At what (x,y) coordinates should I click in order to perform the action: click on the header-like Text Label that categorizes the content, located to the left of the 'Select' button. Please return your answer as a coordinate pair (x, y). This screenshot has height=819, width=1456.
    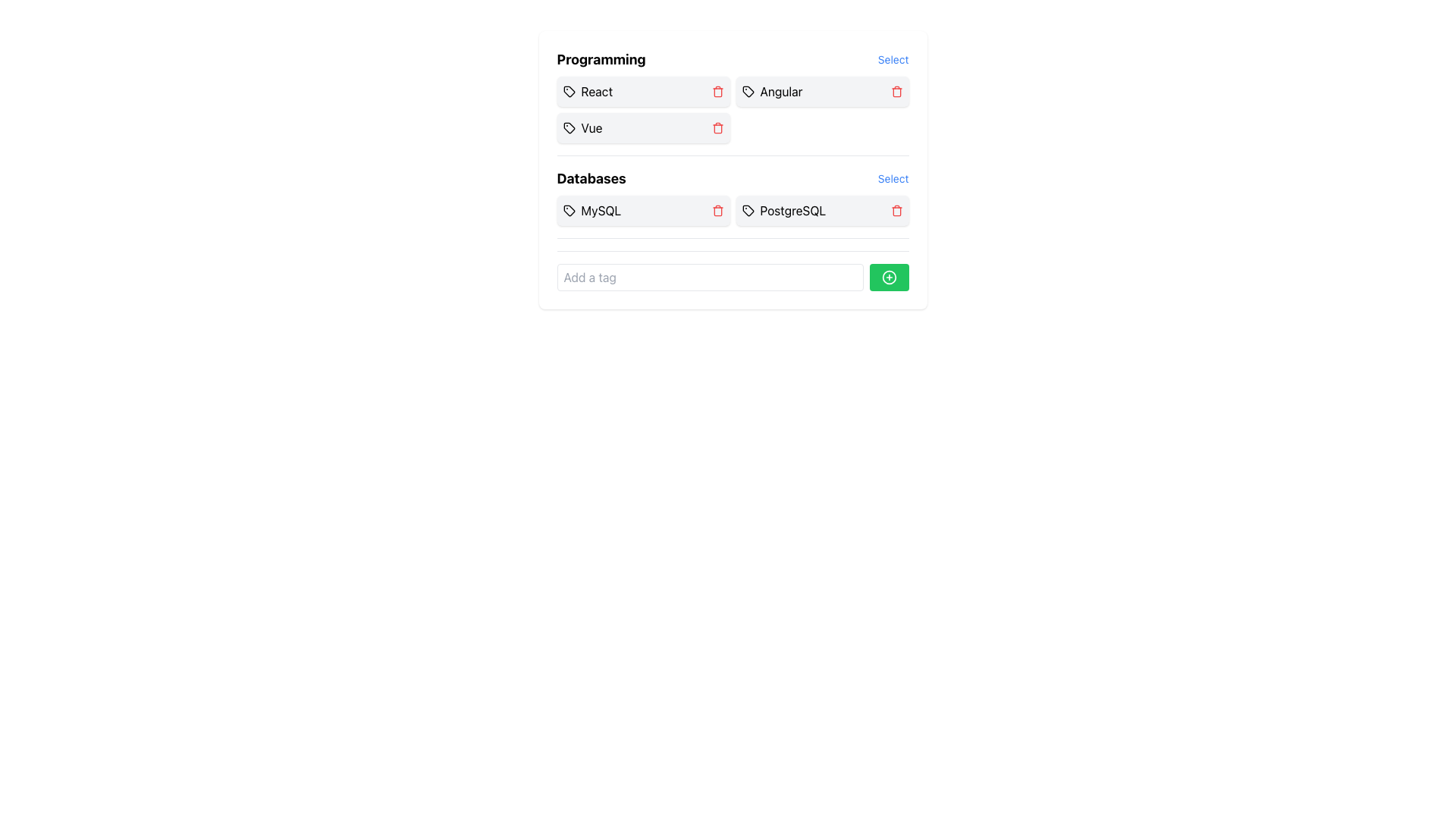
    Looking at the image, I should click on (600, 58).